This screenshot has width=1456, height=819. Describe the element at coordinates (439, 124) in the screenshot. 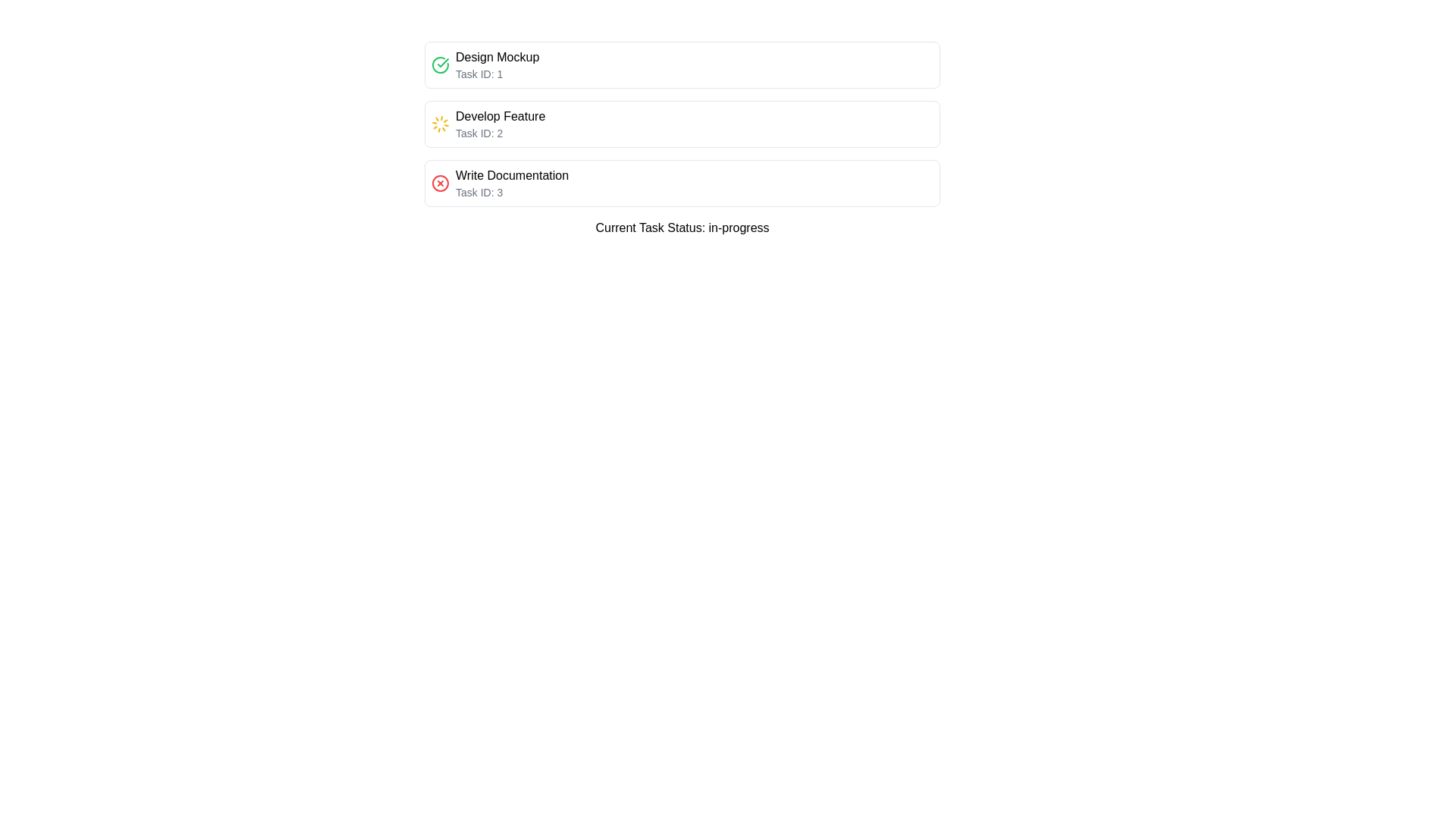

I see `the yellow loading spinner animation located in the 'Develop Feature' task section to monitor task progress` at that location.